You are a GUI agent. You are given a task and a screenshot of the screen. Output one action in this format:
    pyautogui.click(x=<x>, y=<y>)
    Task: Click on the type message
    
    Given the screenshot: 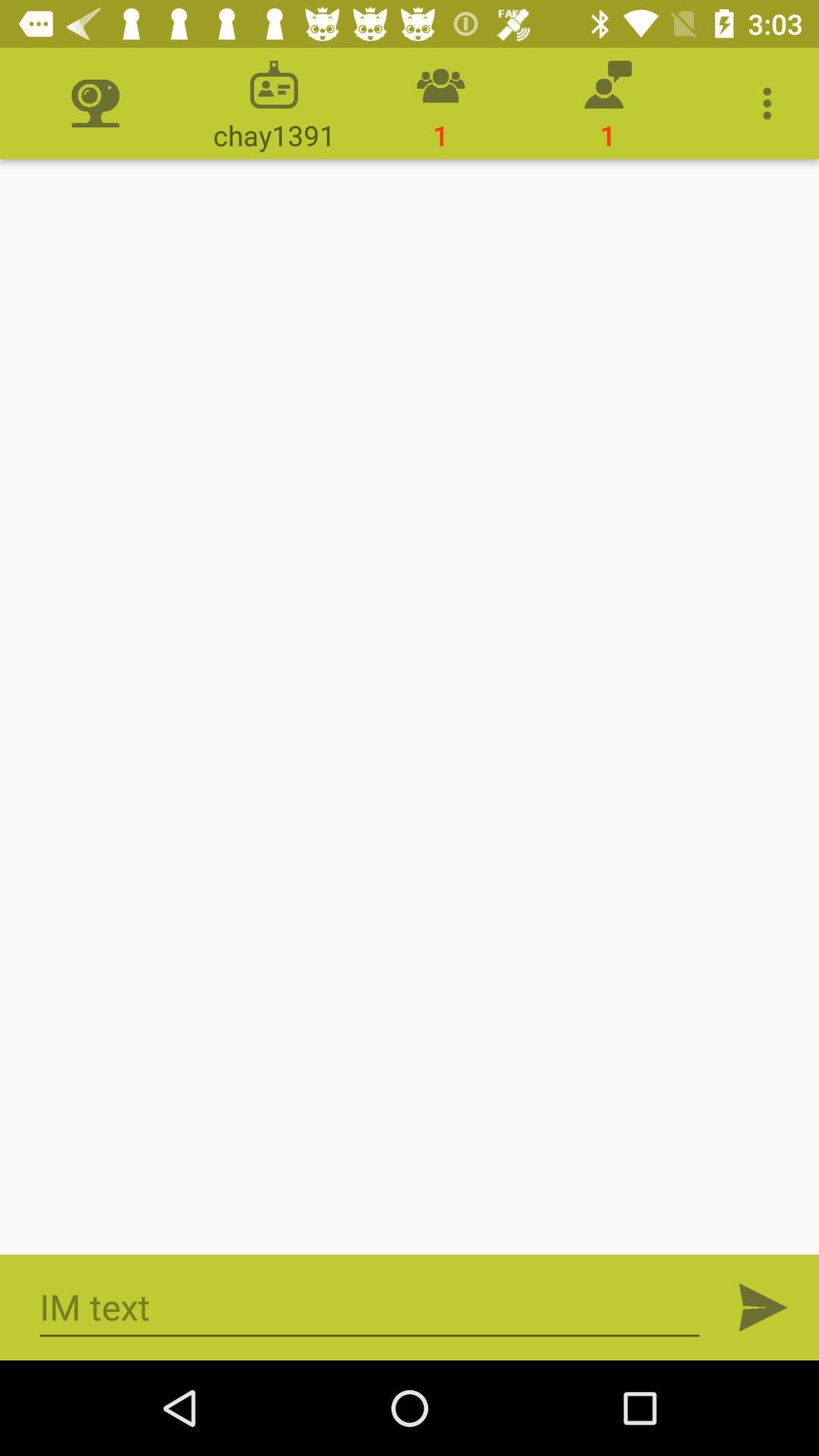 What is the action you would take?
    pyautogui.click(x=369, y=1307)
    